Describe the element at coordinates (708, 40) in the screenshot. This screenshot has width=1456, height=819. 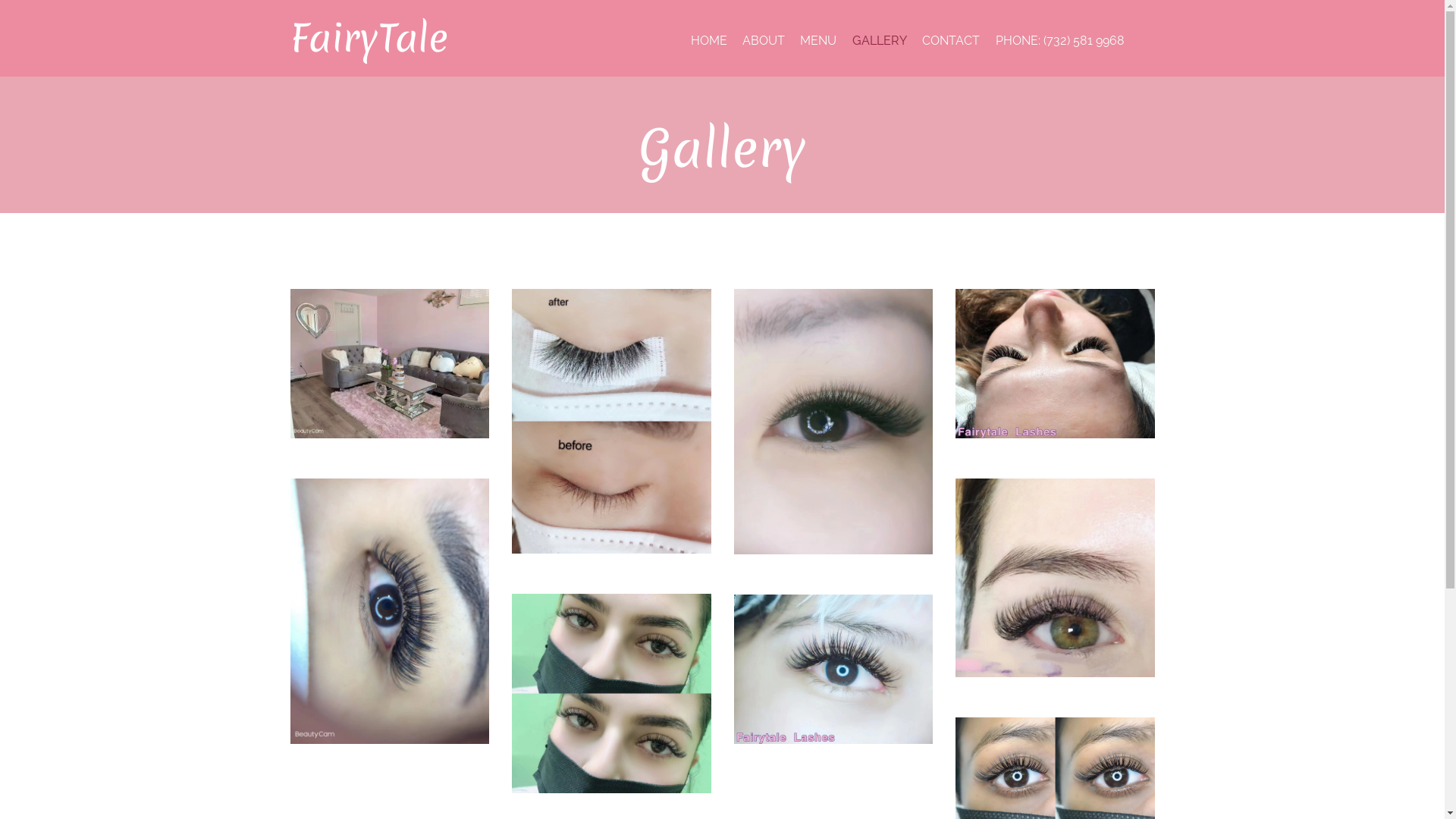
I see `'HOME'` at that location.